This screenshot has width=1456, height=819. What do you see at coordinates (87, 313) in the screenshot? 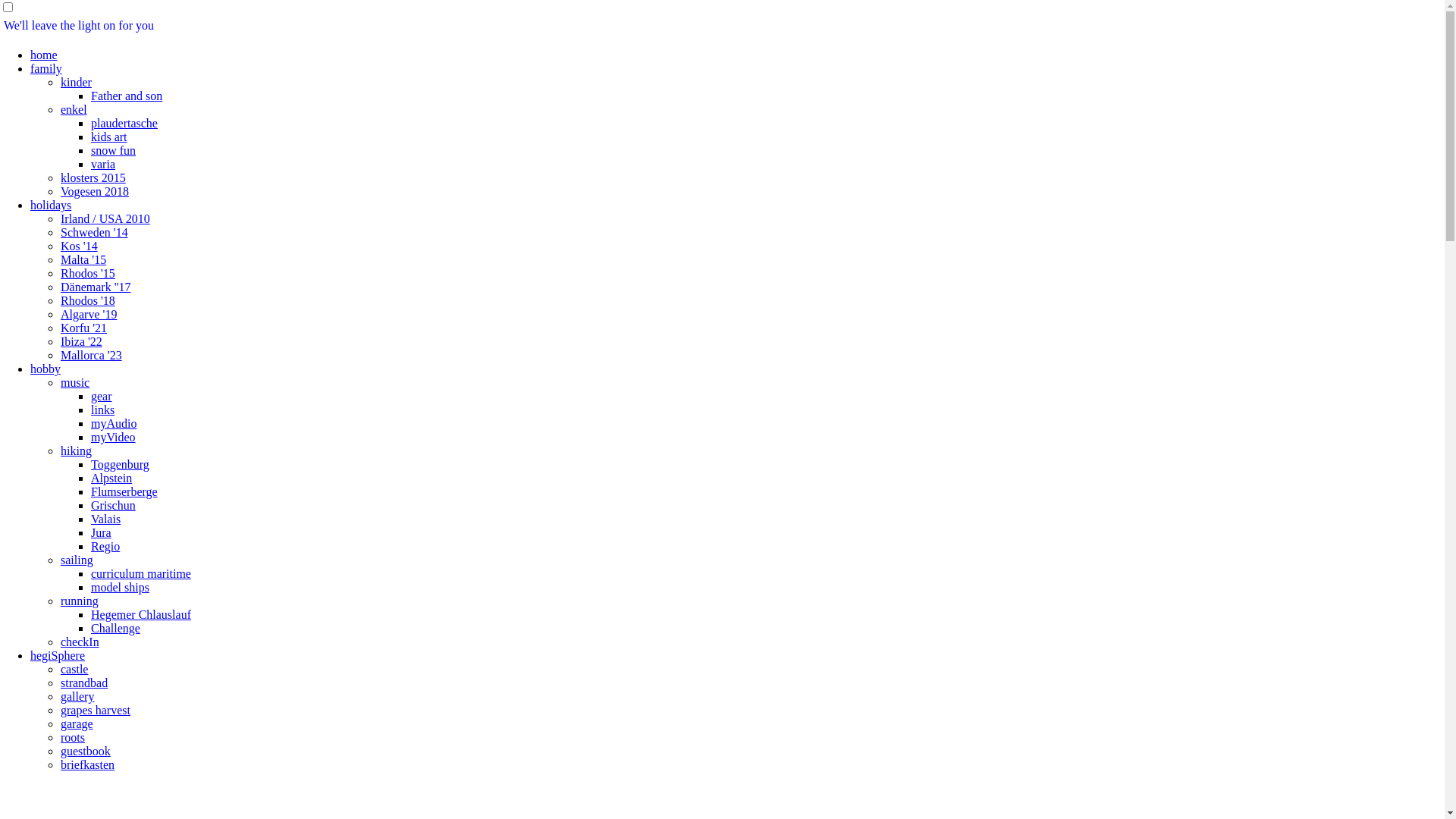
I see `'Algarve '19'` at bounding box center [87, 313].